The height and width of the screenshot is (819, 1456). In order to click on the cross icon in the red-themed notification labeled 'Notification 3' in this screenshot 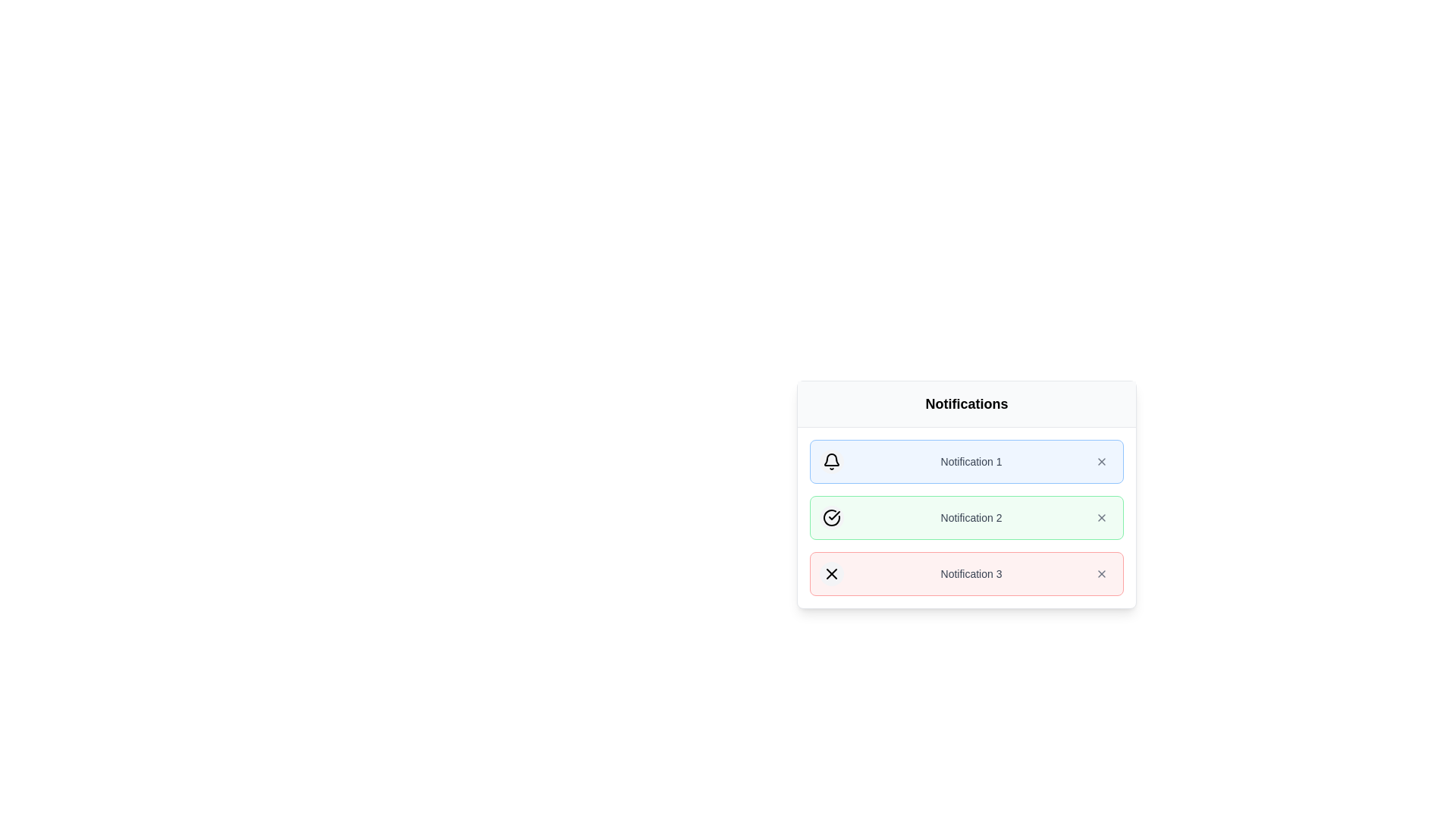, I will do `click(831, 573)`.